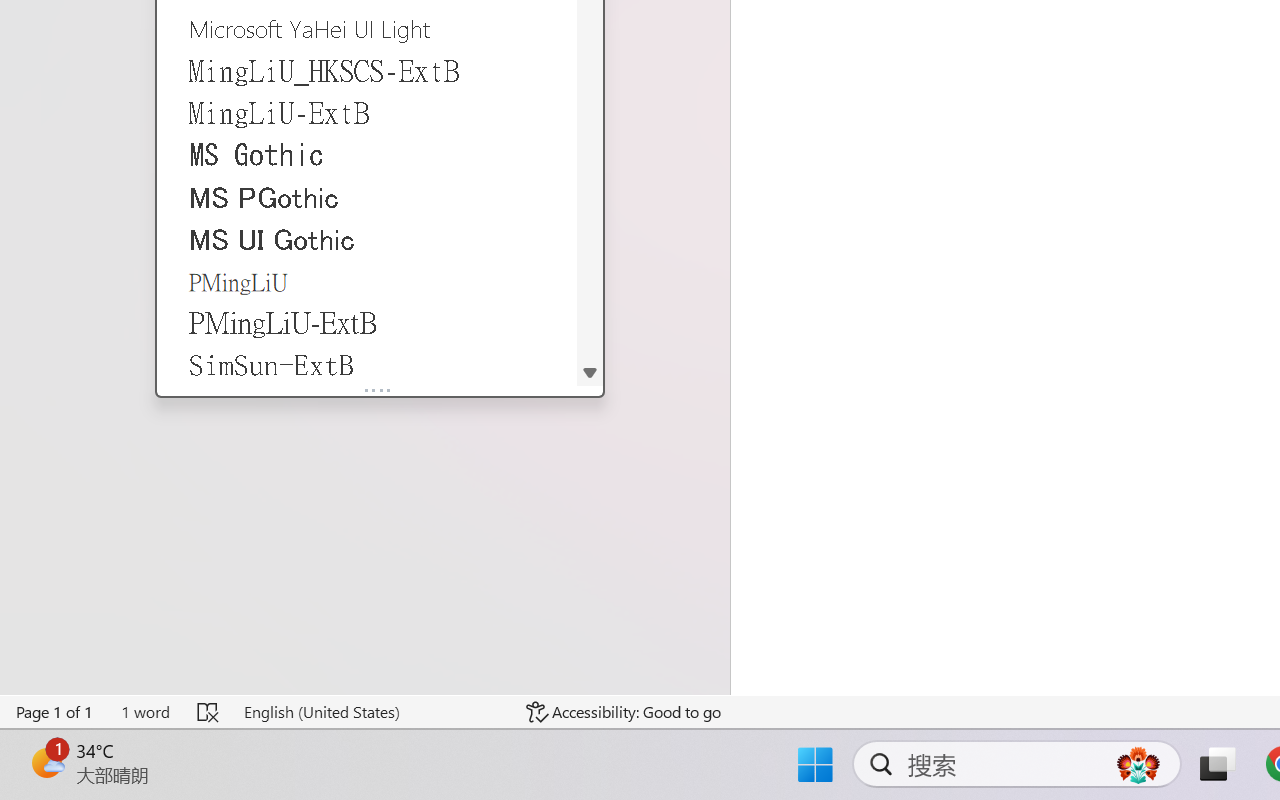 This screenshot has height=800, width=1280. I want to click on 'Line down', so click(589, 371).